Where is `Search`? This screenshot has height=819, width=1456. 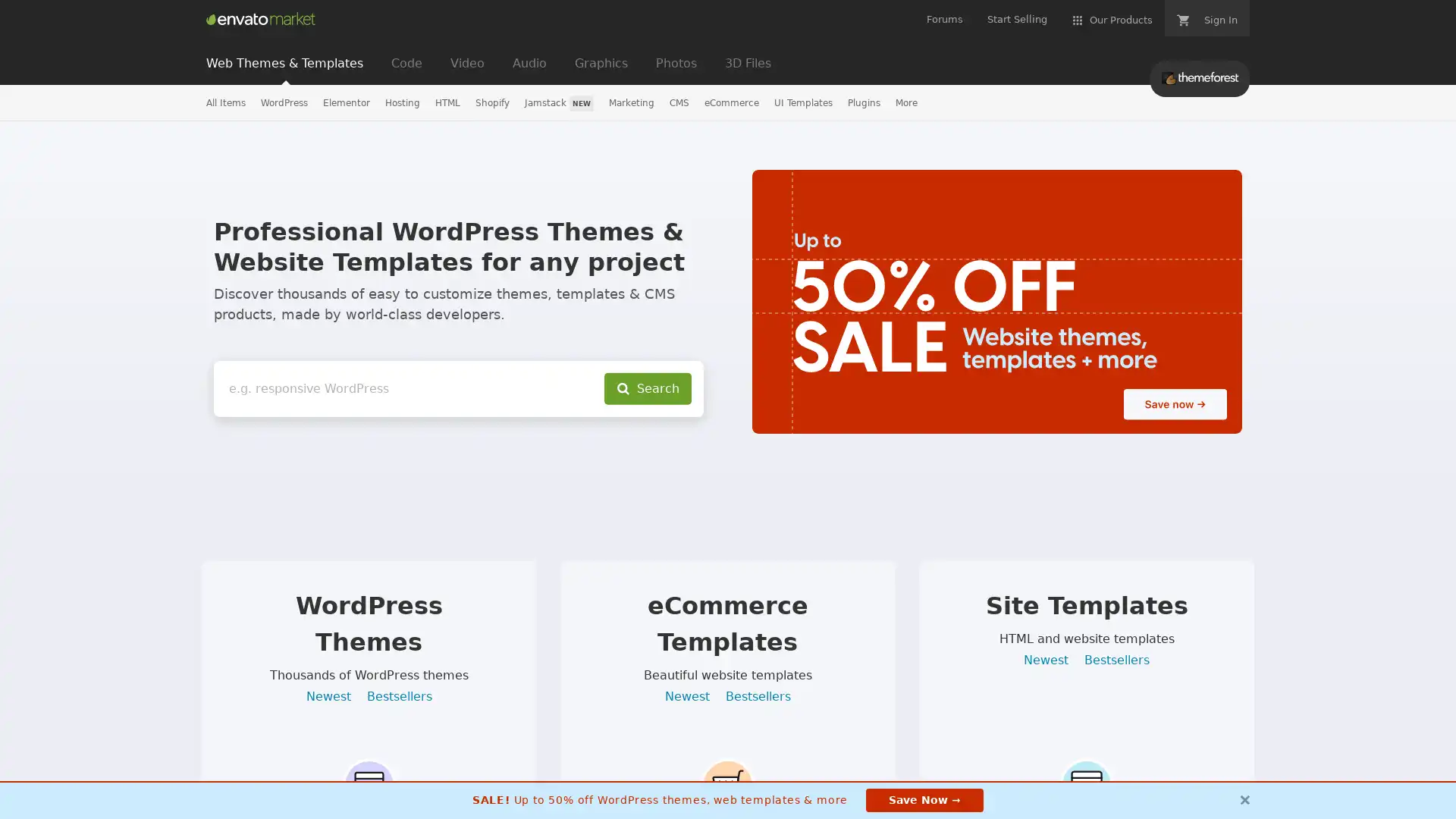 Search is located at coordinates (648, 388).